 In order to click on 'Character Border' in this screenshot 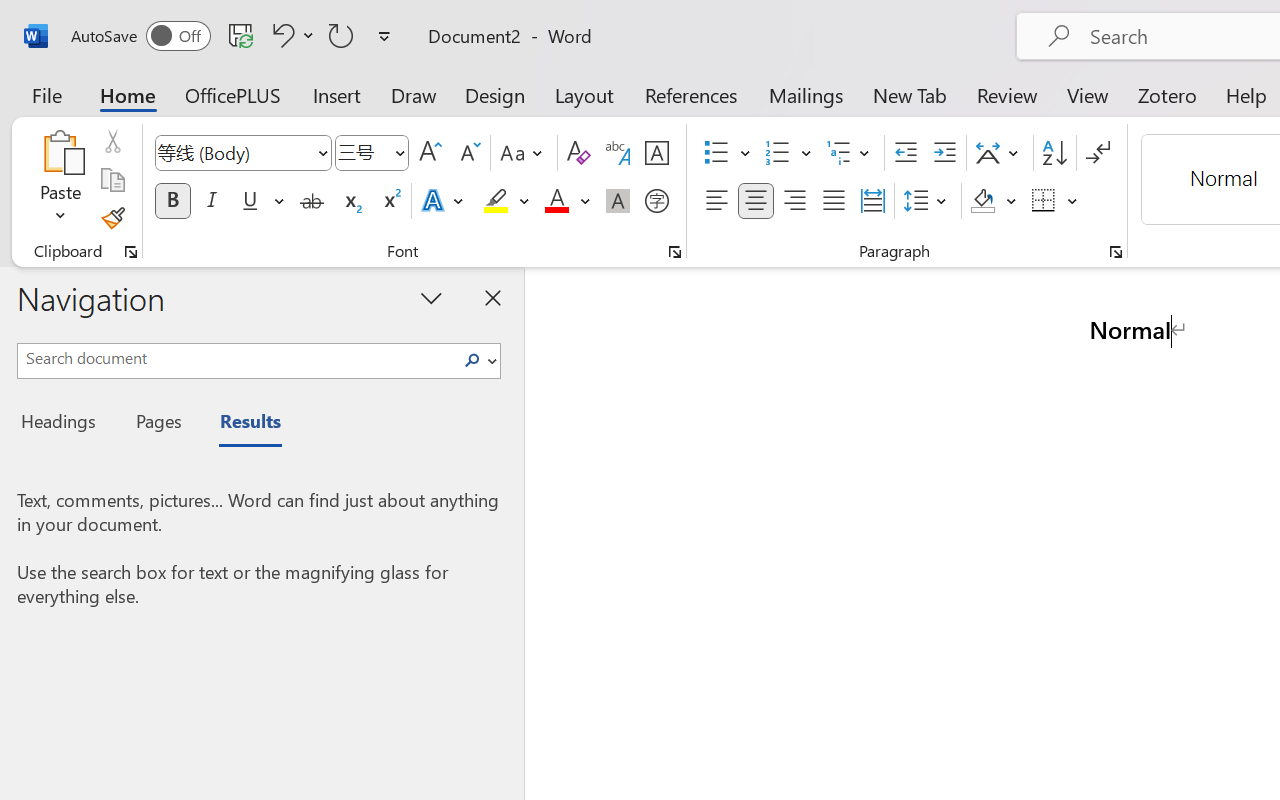, I will do `click(656, 153)`.